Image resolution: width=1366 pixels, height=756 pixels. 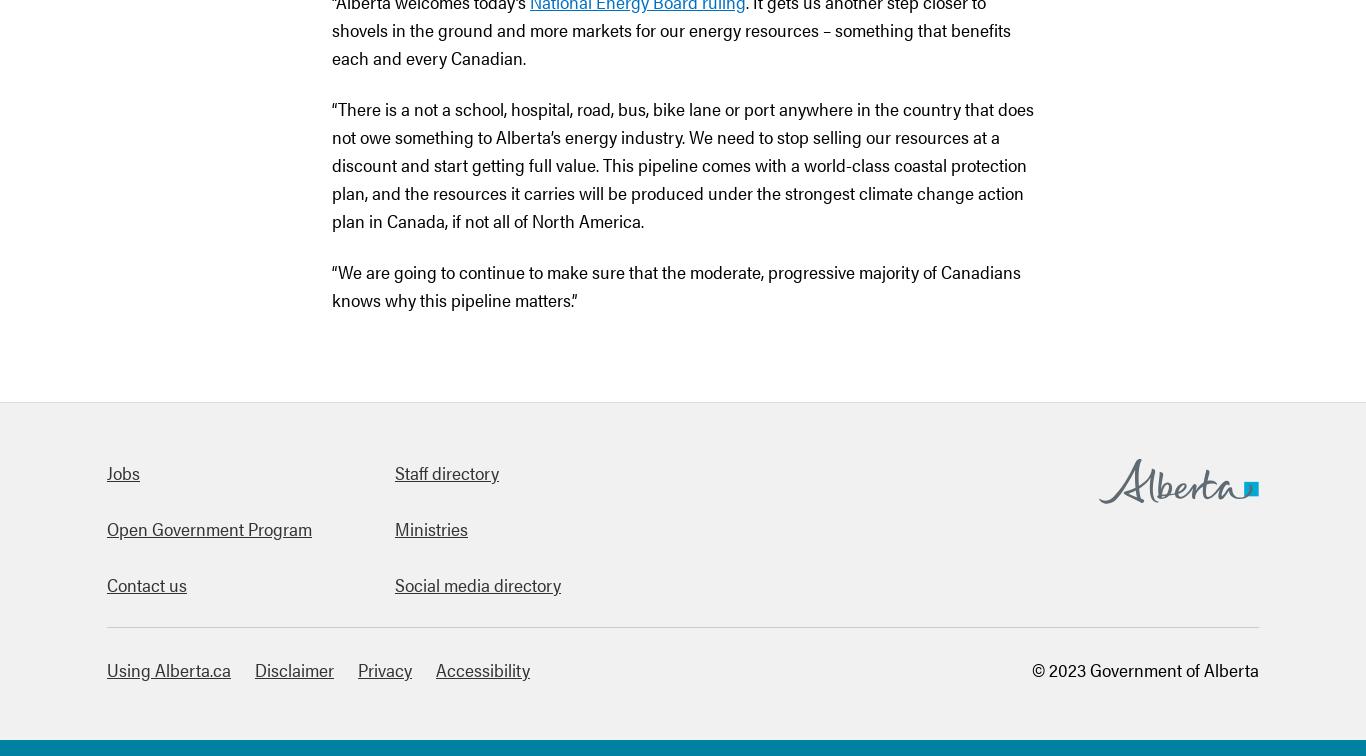 I want to click on 'Disclaimer', so click(x=294, y=669).